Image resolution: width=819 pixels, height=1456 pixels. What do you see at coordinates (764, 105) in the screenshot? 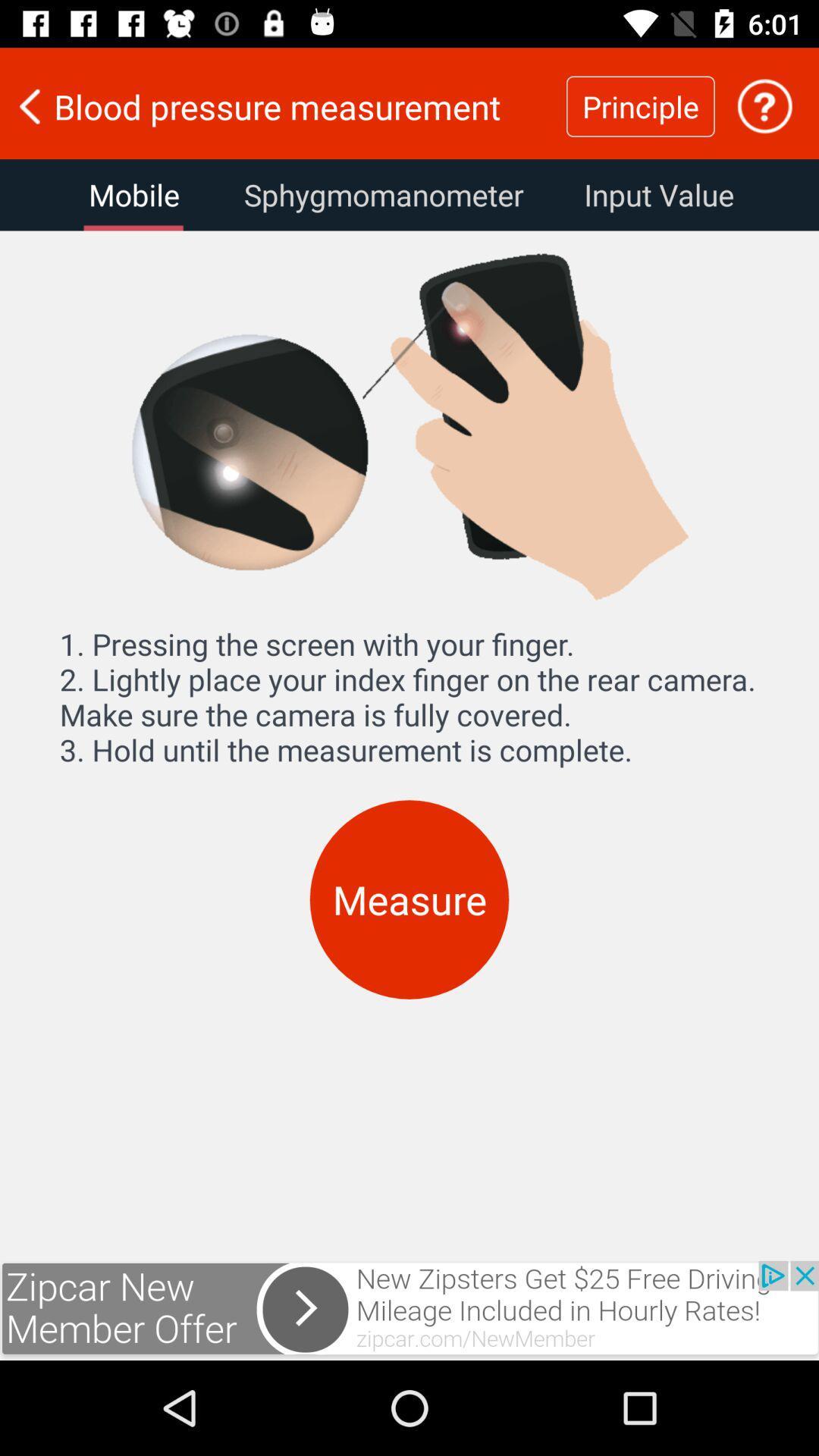
I see `the help icone` at bounding box center [764, 105].